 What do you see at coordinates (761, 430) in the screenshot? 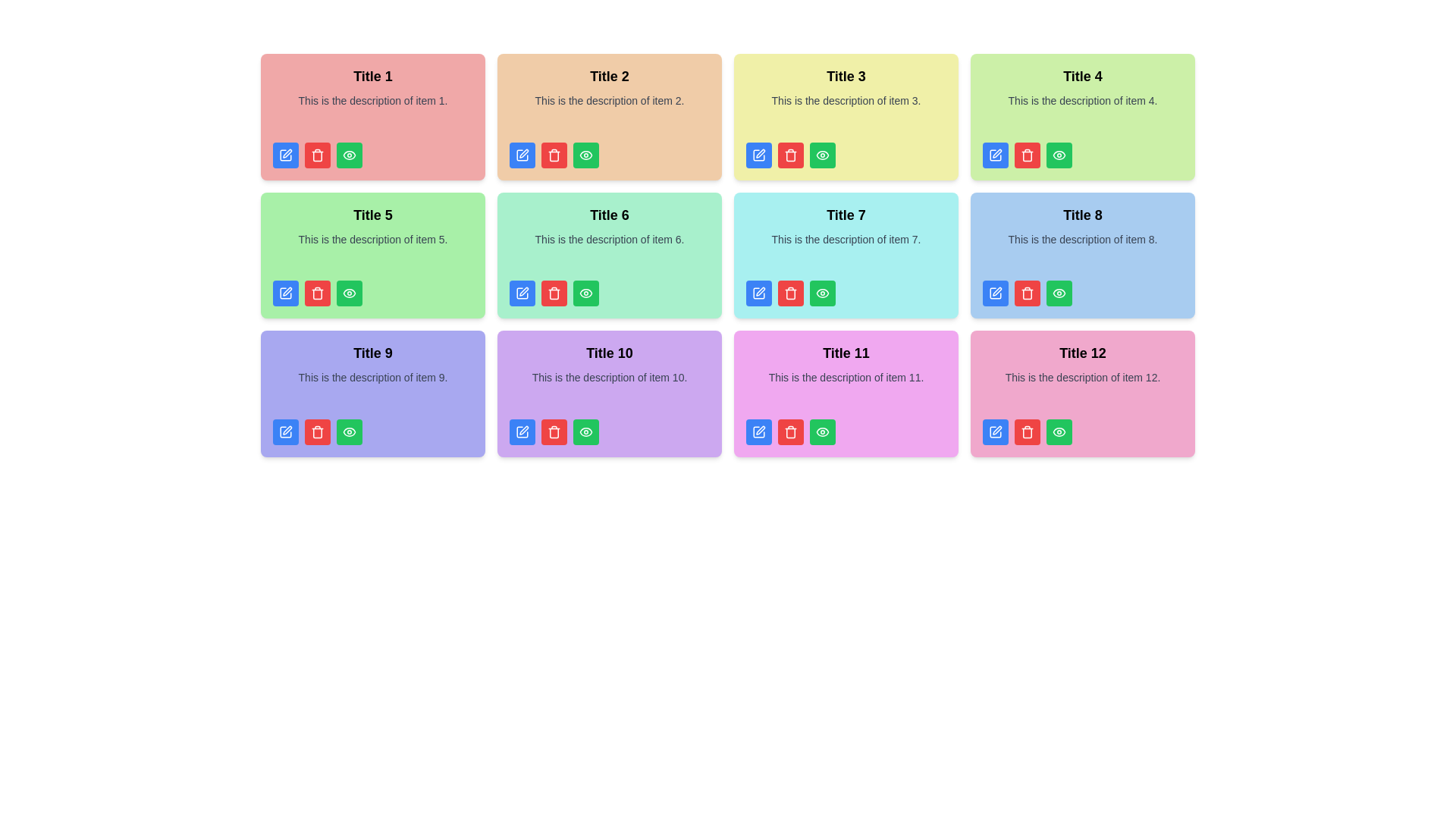
I see `the Pen Graphic icon located in the bottom-right corner of the 'Title 11' card` at bounding box center [761, 430].